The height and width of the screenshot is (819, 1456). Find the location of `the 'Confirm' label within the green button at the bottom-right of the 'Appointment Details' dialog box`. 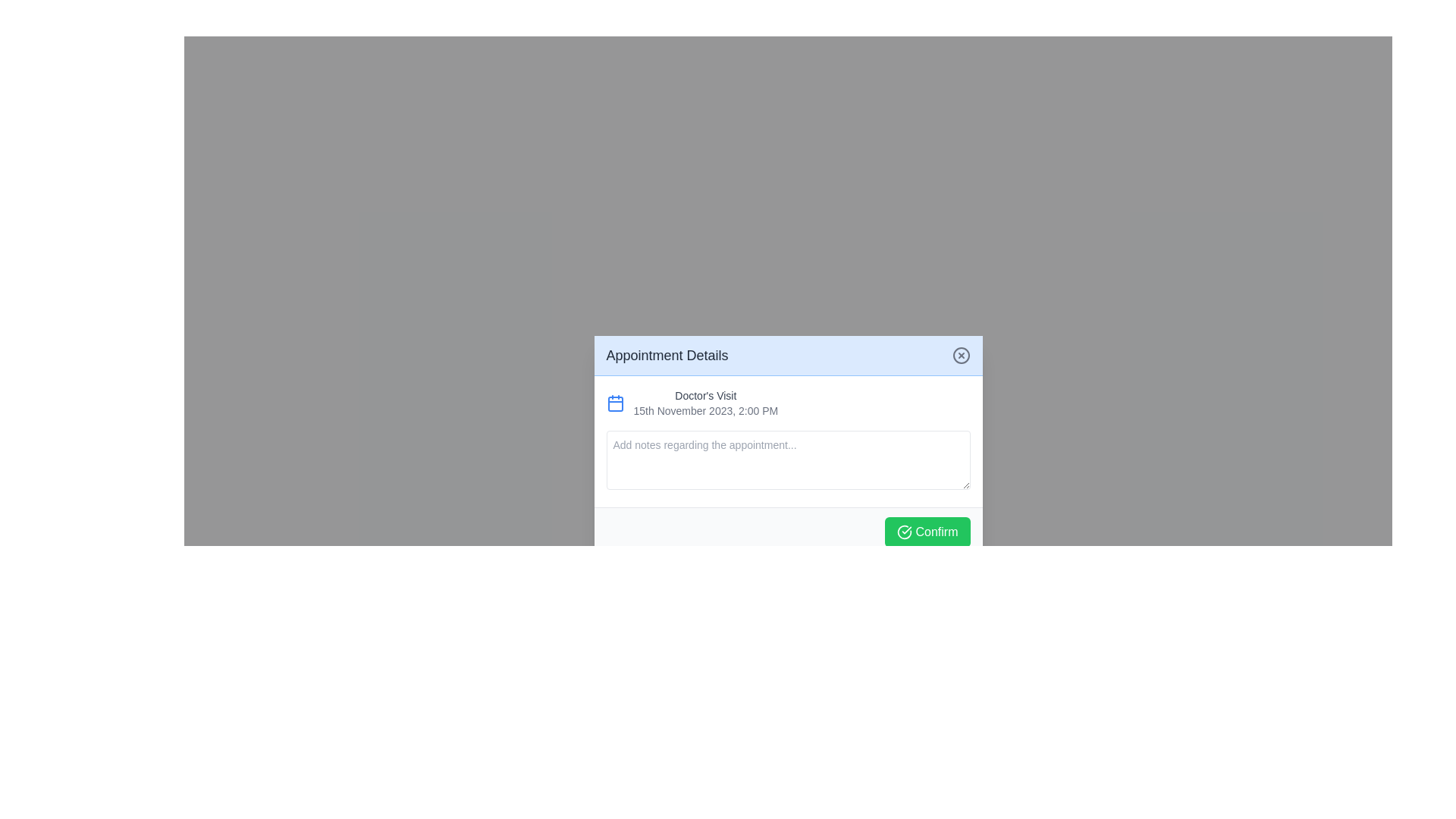

the 'Confirm' label within the green button at the bottom-right of the 'Appointment Details' dialog box is located at coordinates (936, 531).